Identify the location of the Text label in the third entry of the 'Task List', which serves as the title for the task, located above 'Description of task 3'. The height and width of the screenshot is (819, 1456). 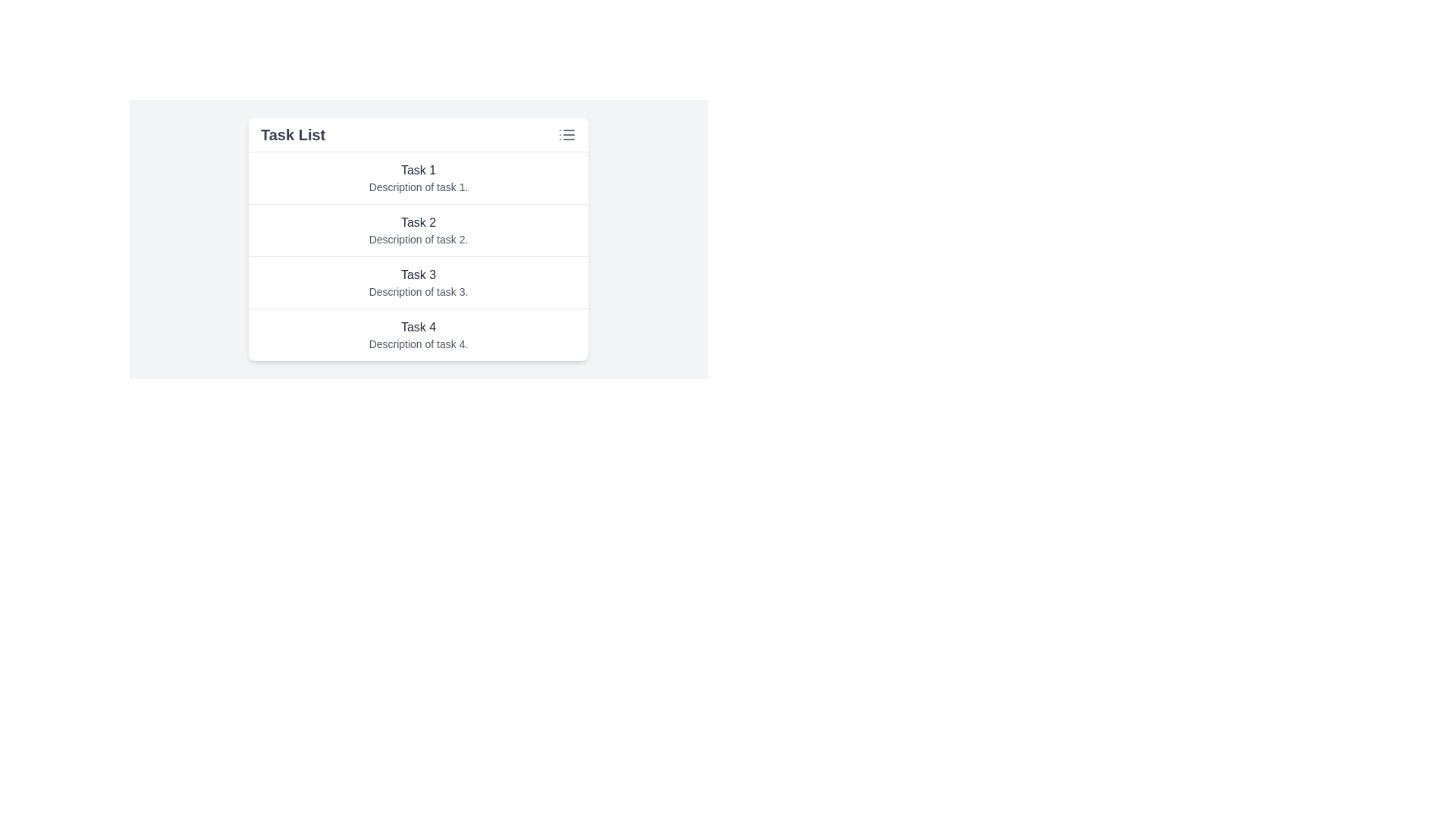
(419, 275).